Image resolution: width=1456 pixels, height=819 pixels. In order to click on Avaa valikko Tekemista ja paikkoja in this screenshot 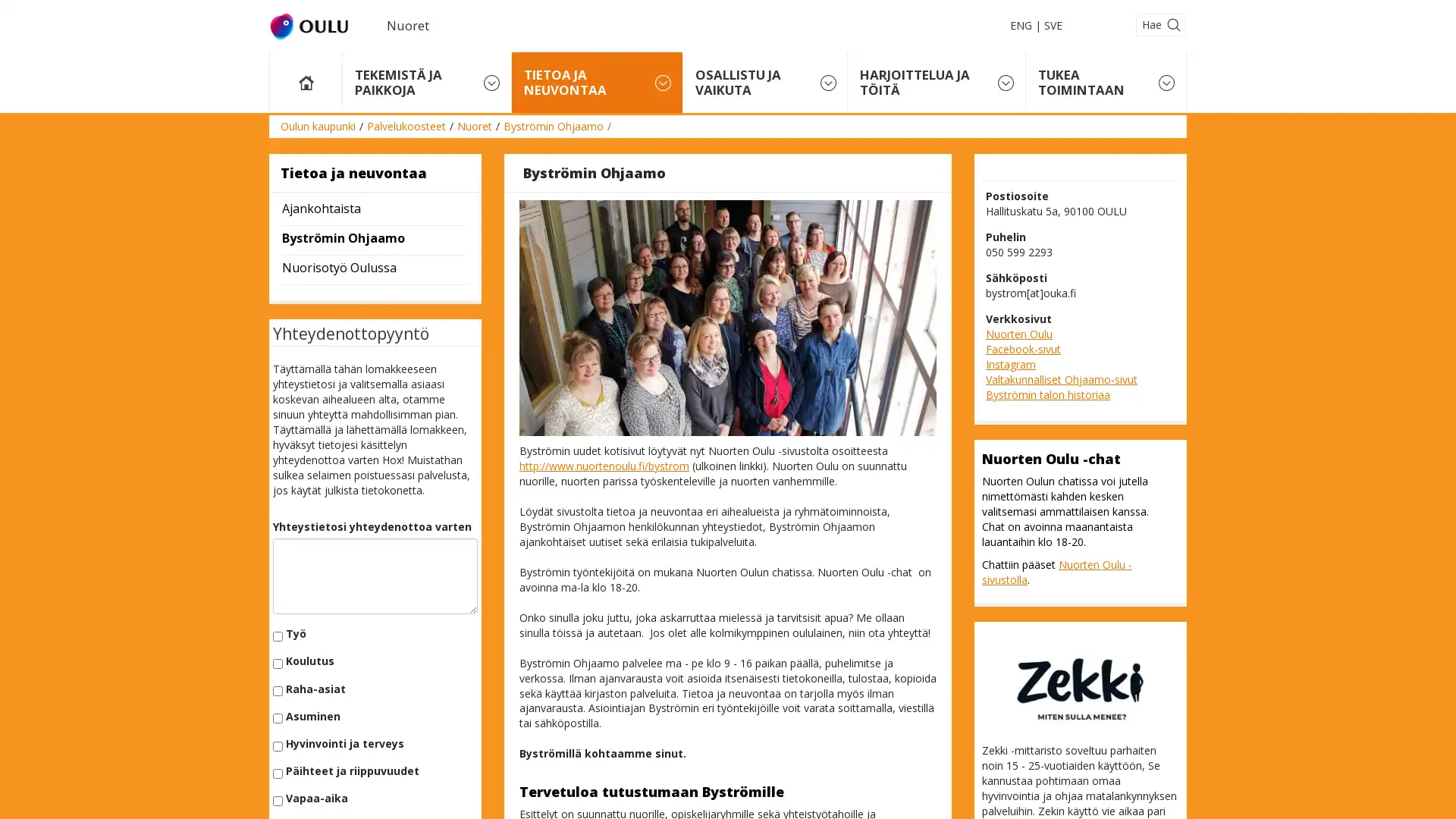, I will do `click(491, 82)`.